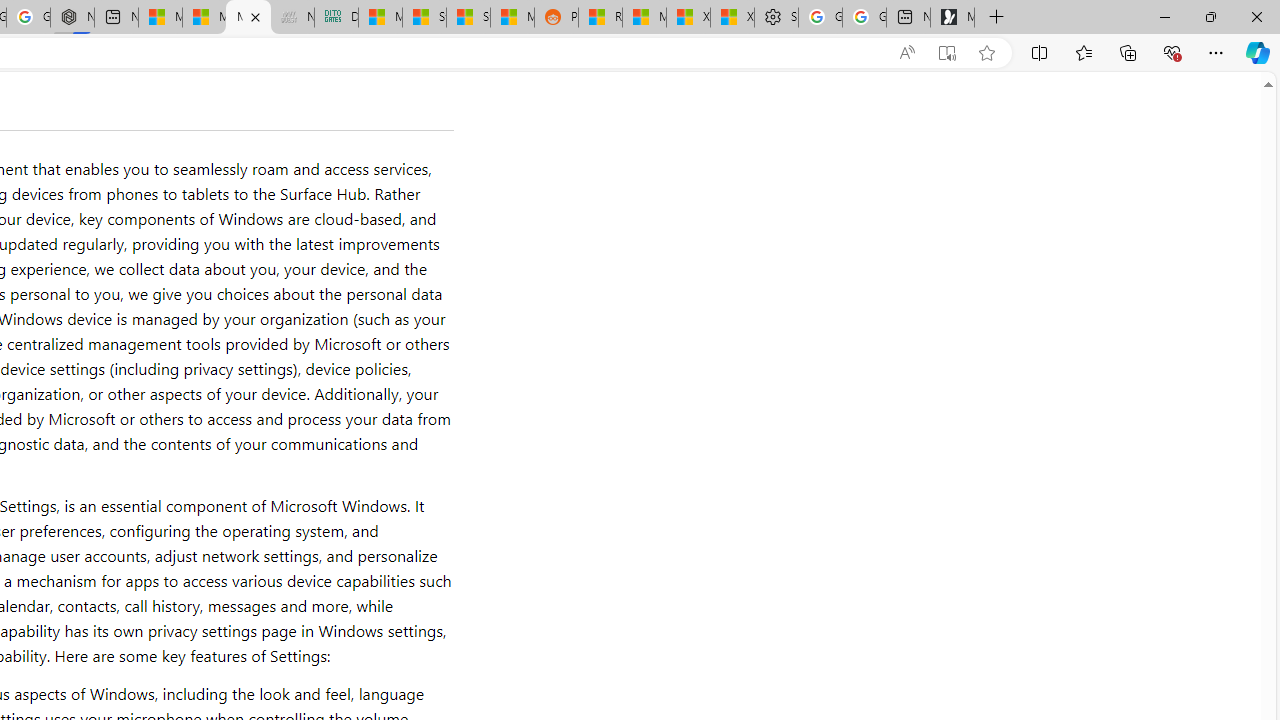  I want to click on 'R******* | Trusted Community Engagement and Contributions', so click(599, 17).